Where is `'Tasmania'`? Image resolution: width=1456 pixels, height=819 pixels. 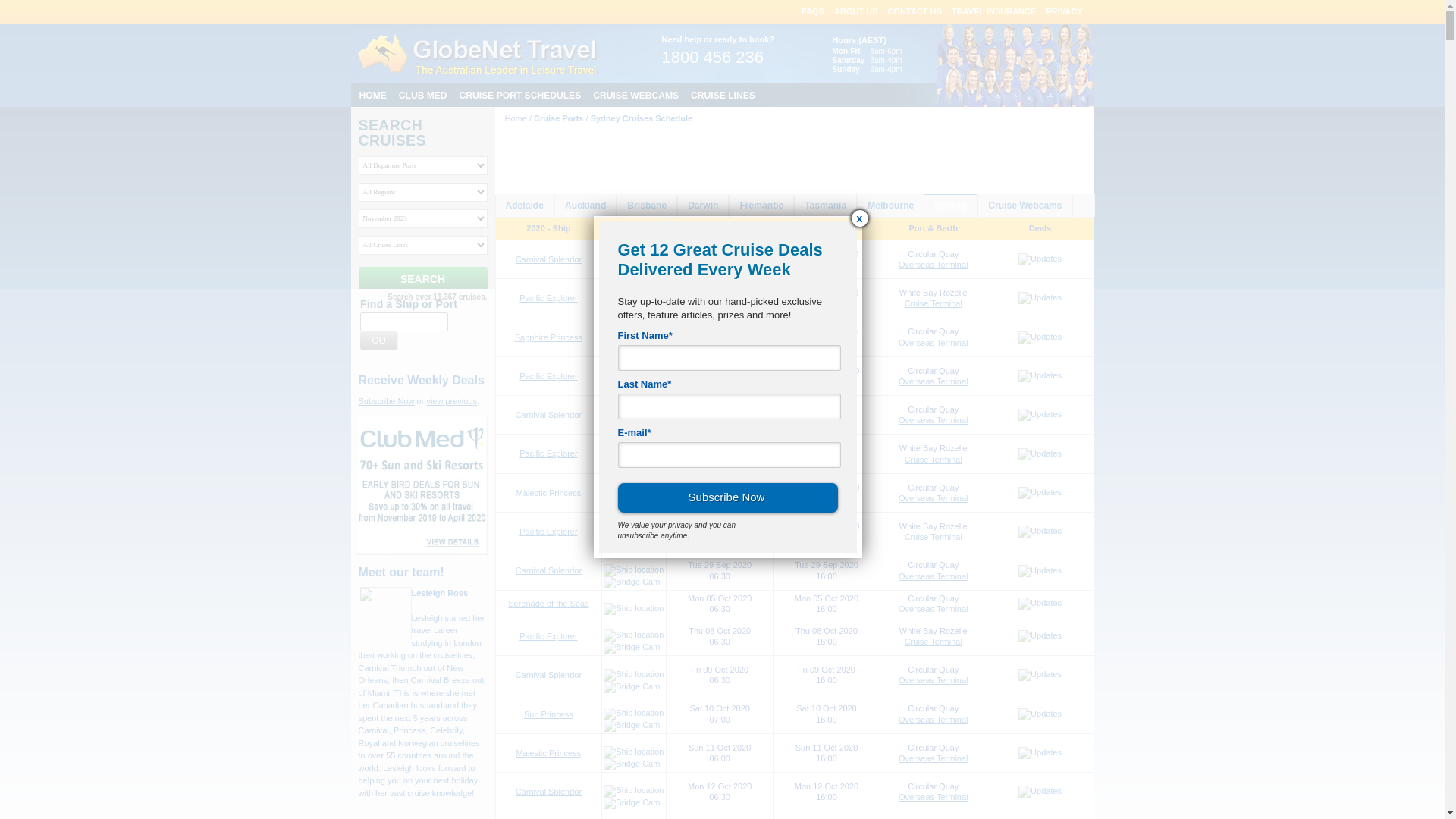
'Tasmania' is located at coordinates (824, 206).